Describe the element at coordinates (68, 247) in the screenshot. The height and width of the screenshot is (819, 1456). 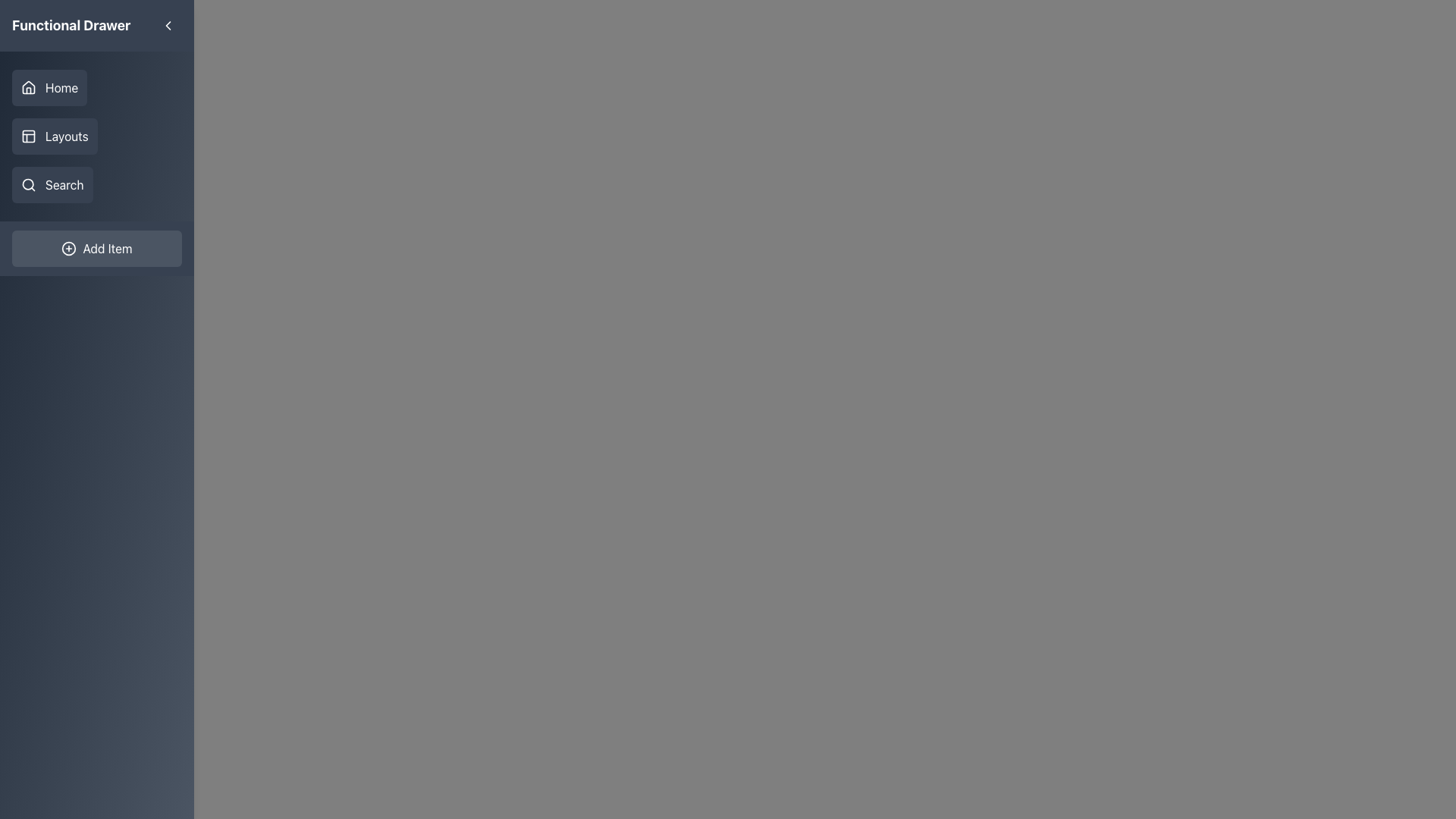
I see `the circular 'Add' icon with a plus sign, located within the 'Add Item' button at the bottom section of the drawer menu` at that location.